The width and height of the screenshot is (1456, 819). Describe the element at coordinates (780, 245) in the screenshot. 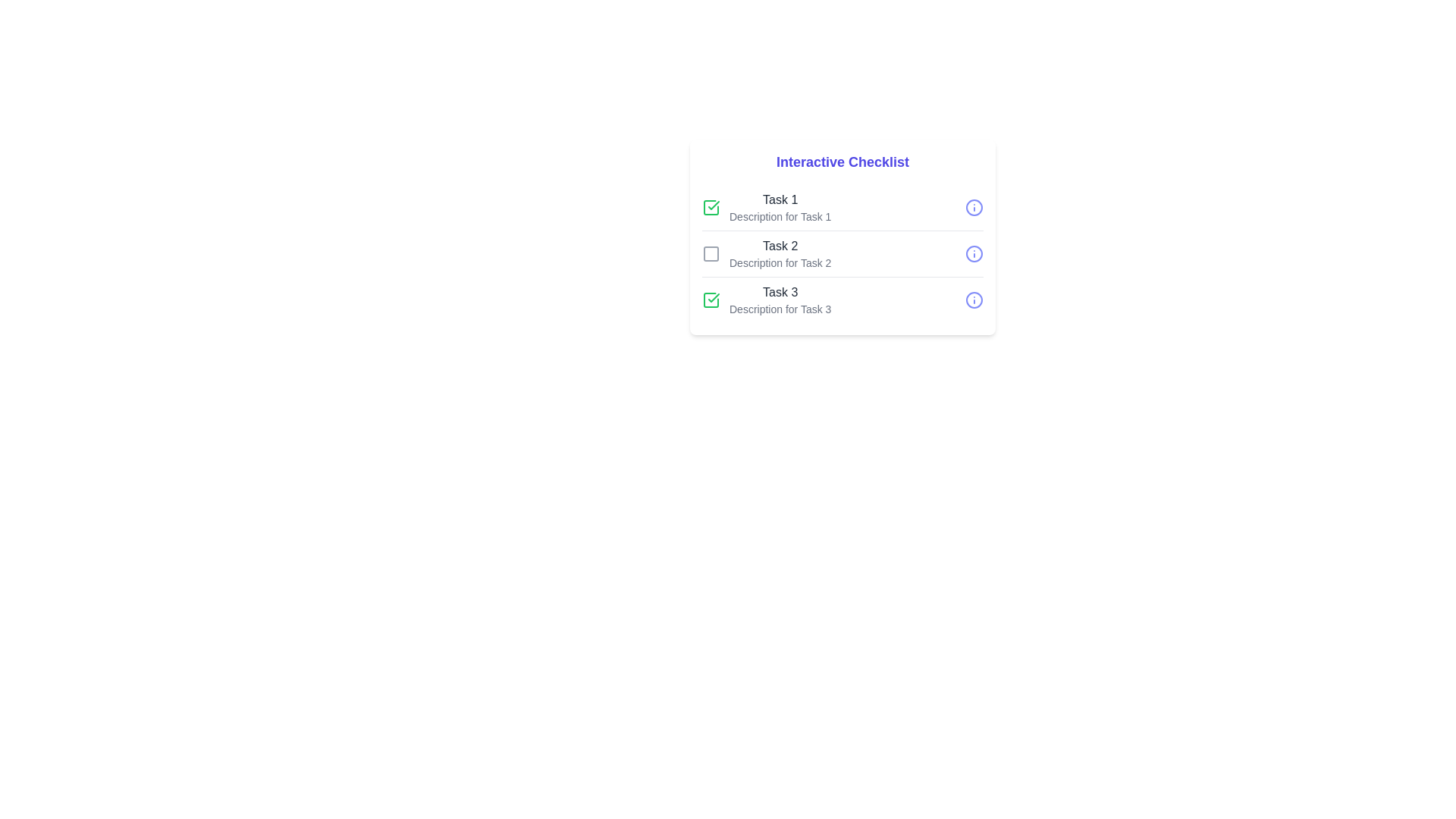

I see `the title text of Task 2 to select it` at that location.